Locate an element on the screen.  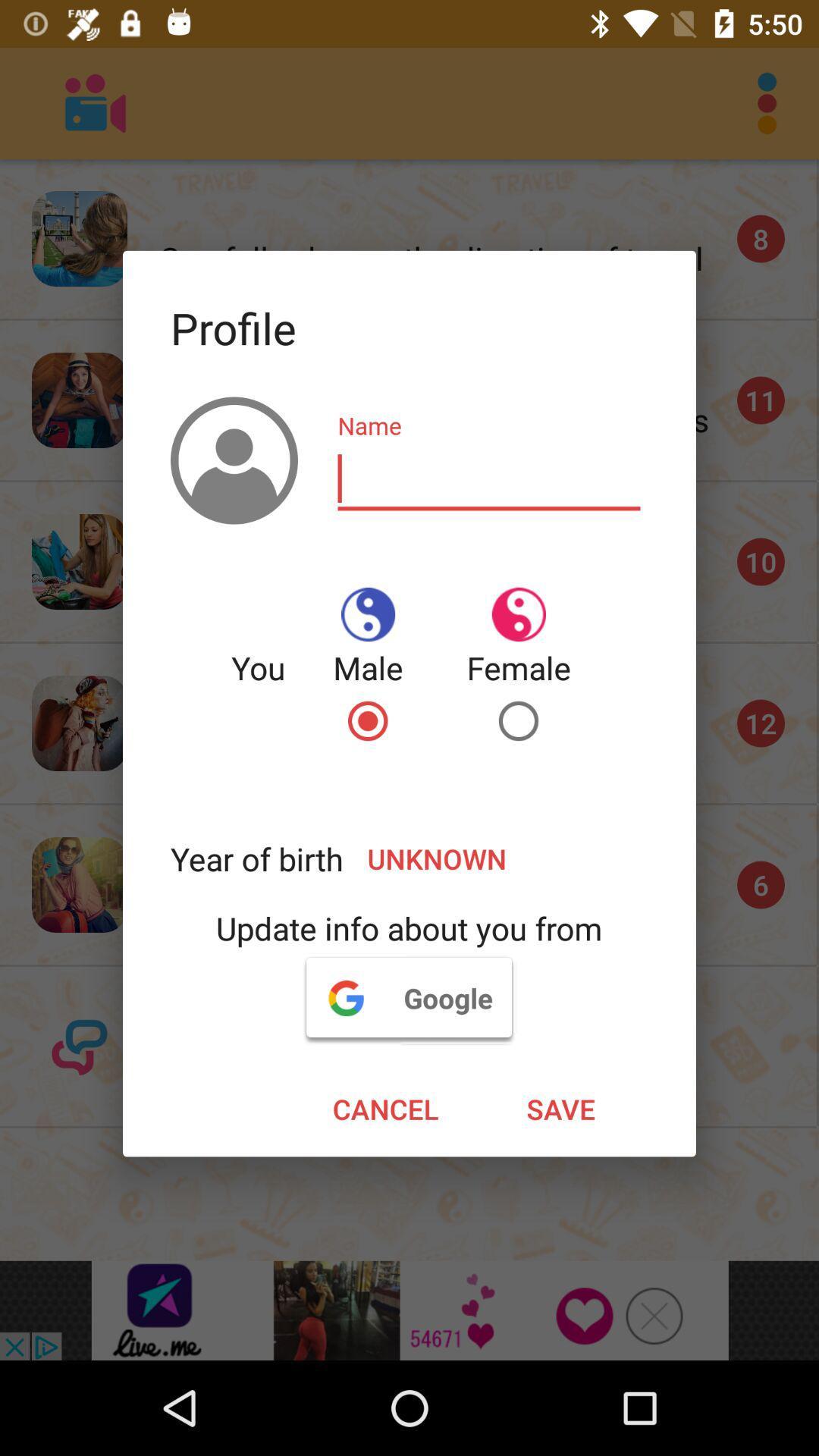
the item next to the save is located at coordinates (384, 1109).